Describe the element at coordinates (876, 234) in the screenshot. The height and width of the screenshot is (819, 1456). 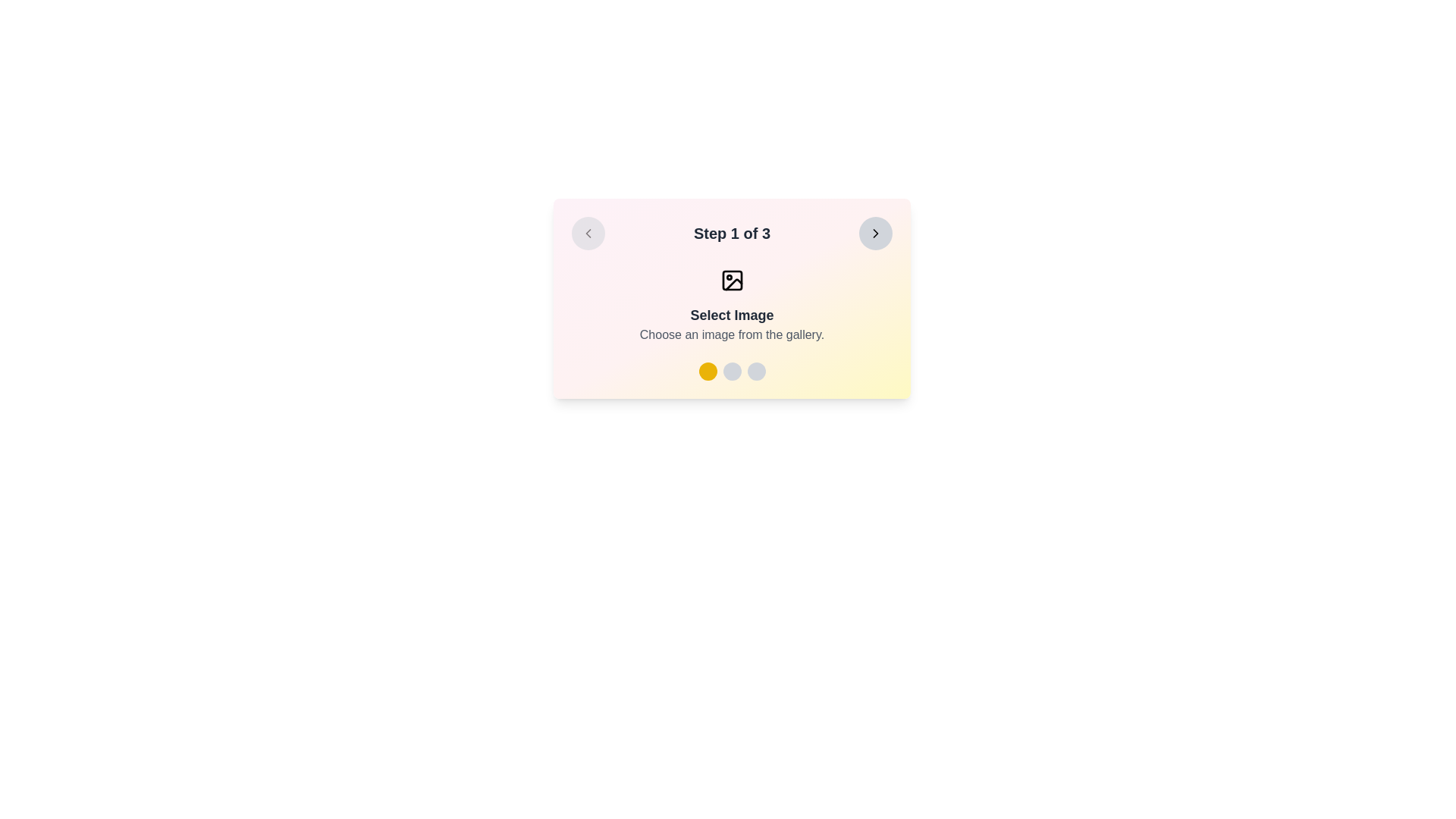
I see `the forward navigation button located in the top-right corner of the interactive panel to advance to the next step` at that location.